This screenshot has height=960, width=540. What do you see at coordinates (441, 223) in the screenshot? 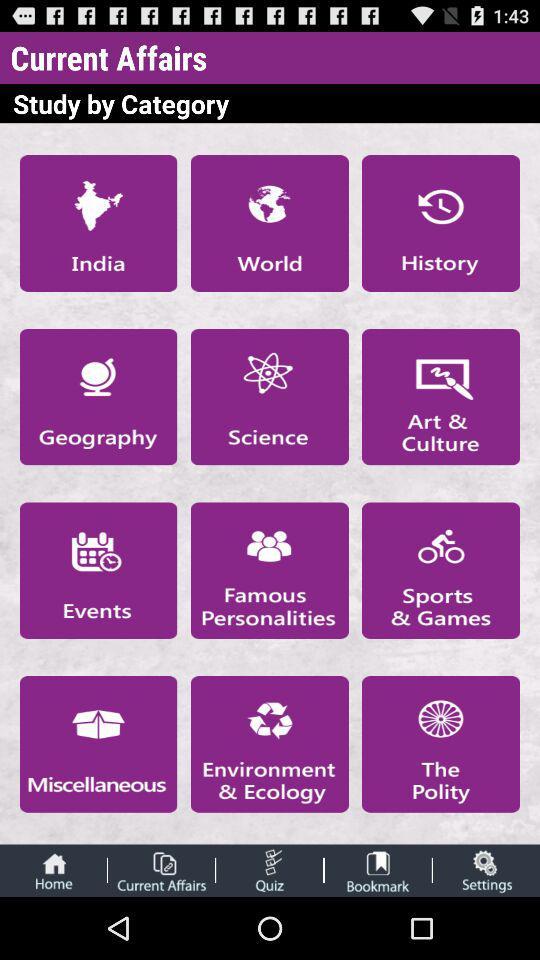
I see `history category` at bounding box center [441, 223].